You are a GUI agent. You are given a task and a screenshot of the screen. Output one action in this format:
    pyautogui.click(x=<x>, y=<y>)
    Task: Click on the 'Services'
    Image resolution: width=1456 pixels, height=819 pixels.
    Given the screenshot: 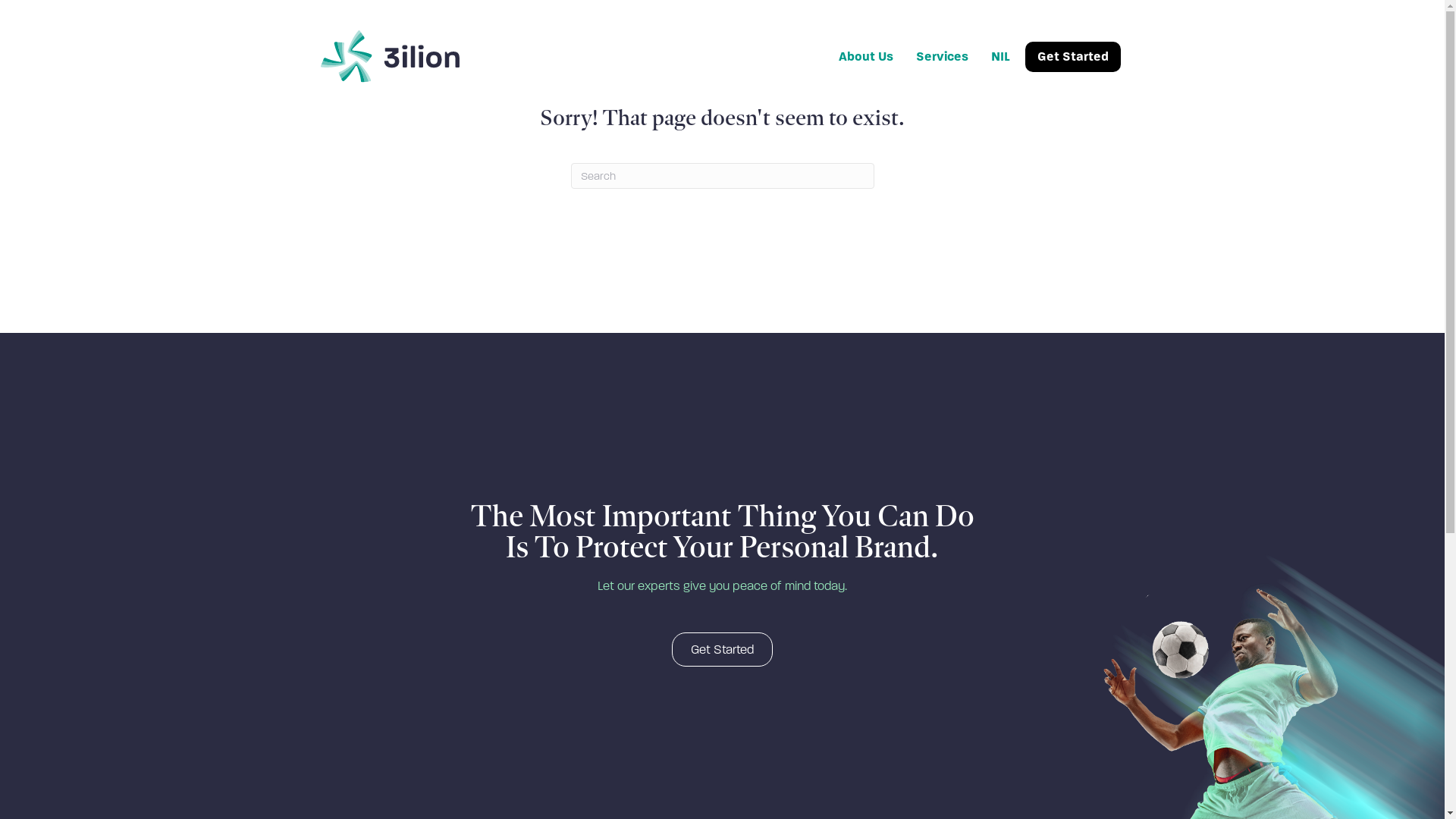 What is the action you would take?
    pyautogui.click(x=941, y=55)
    